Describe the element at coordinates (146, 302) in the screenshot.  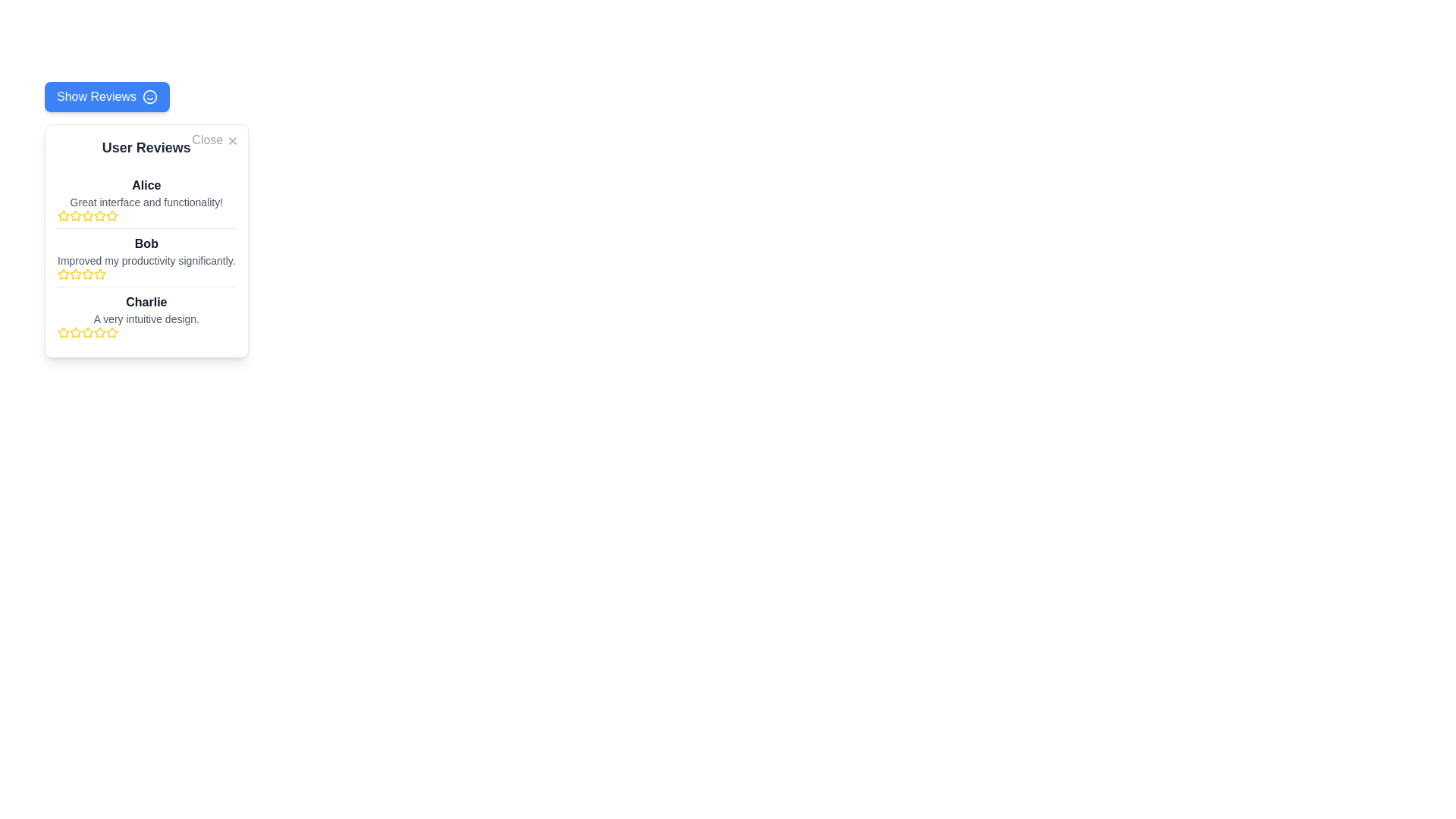
I see `the text label reading 'Charlie', which is styled in darker gray font and aligned left, located at the top of the last review section below the entry for 'Bob'` at that location.